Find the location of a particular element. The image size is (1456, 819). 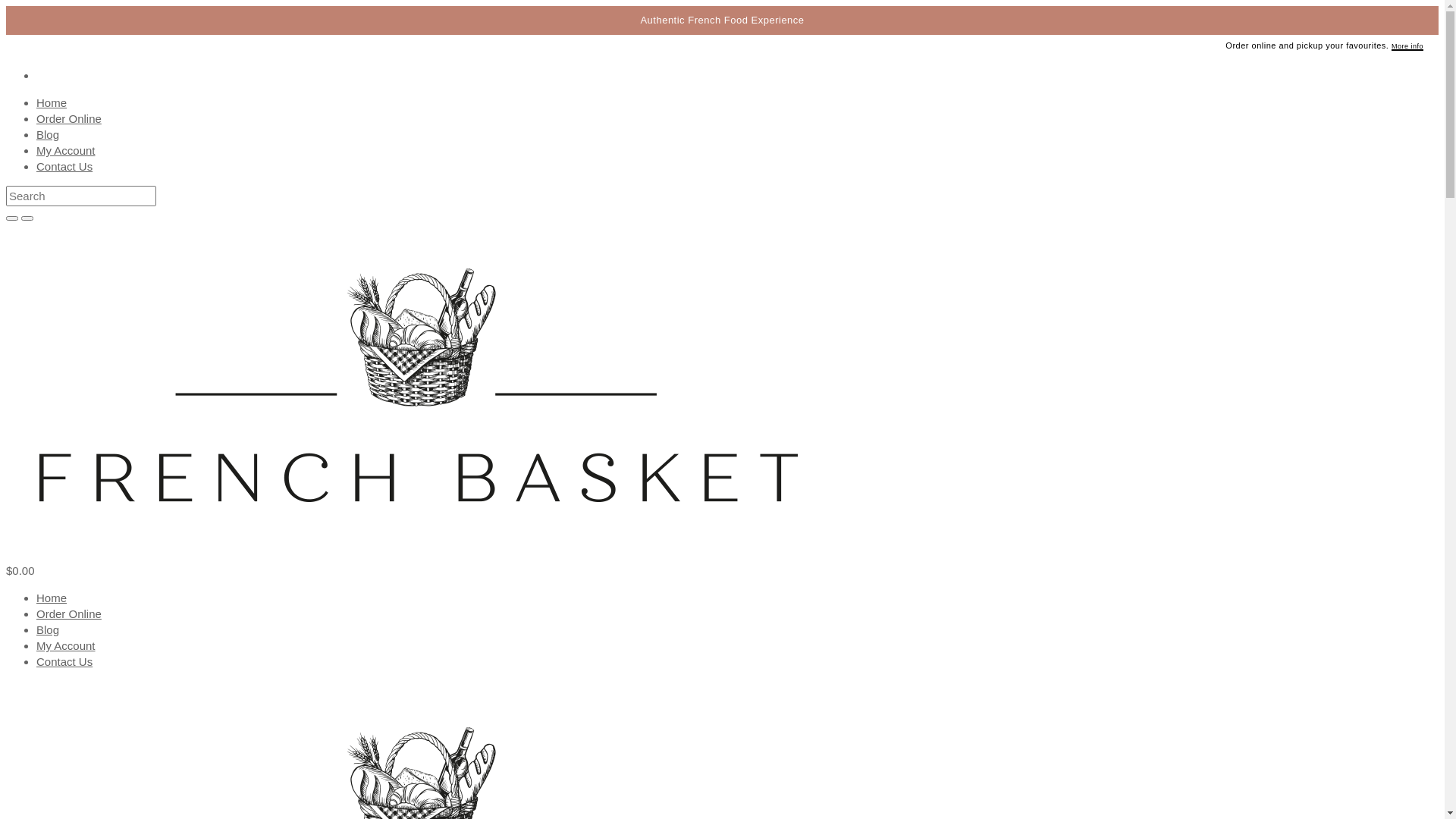

'Order Online' is located at coordinates (68, 613).